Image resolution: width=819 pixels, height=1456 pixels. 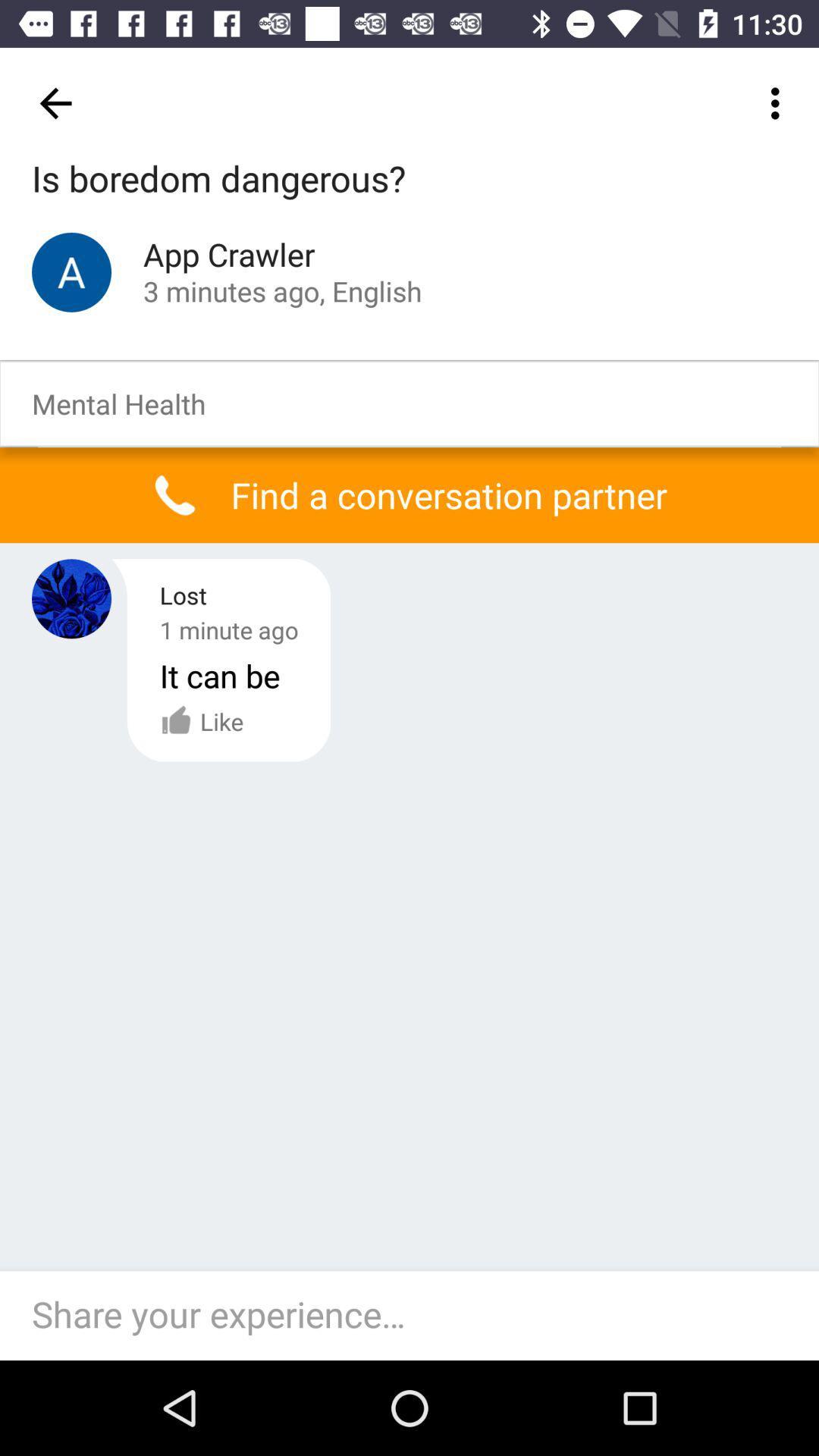 What do you see at coordinates (201, 720) in the screenshot?
I see `the like option` at bounding box center [201, 720].